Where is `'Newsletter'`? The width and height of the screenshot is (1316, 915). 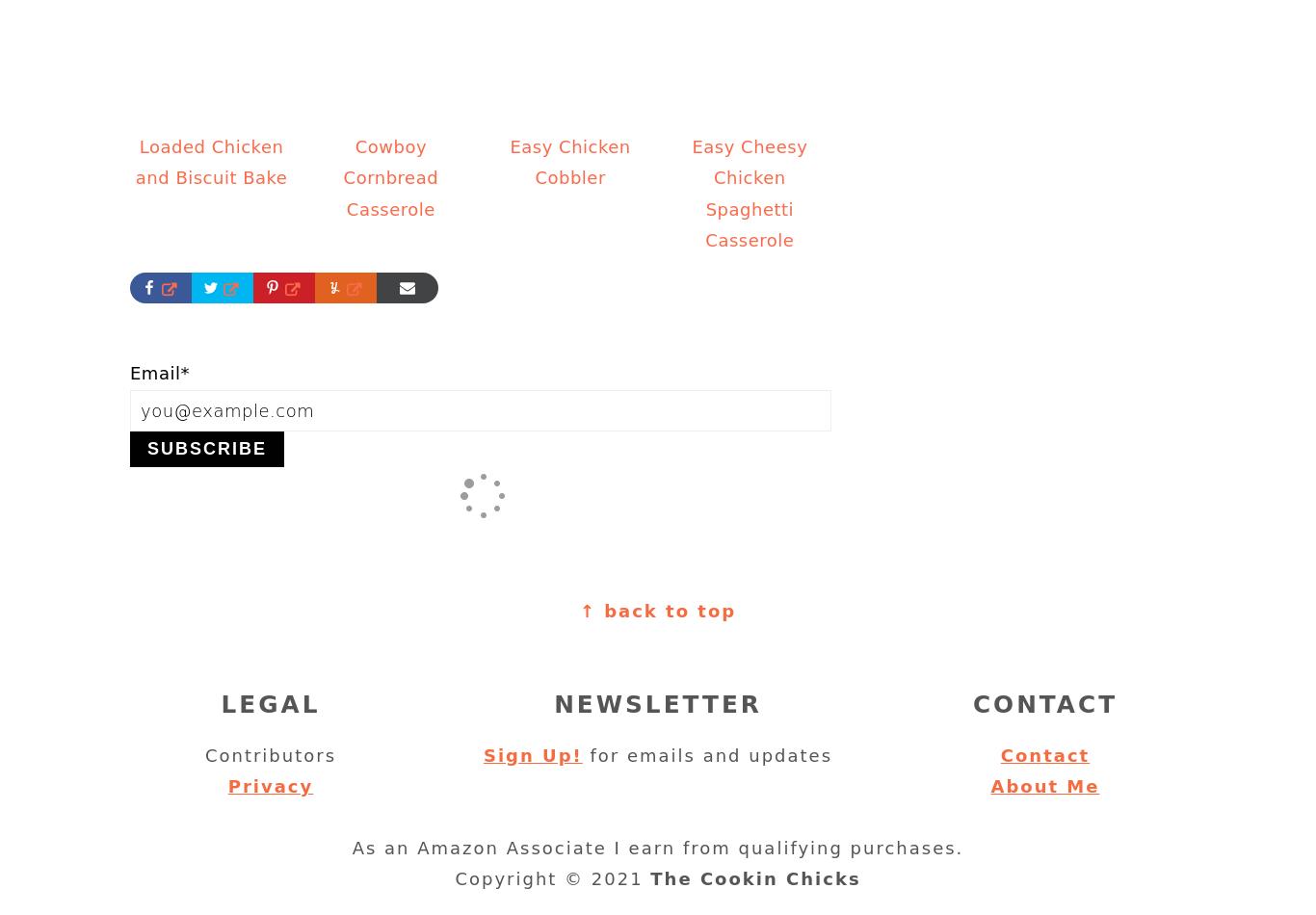 'Newsletter' is located at coordinates (656, 702).